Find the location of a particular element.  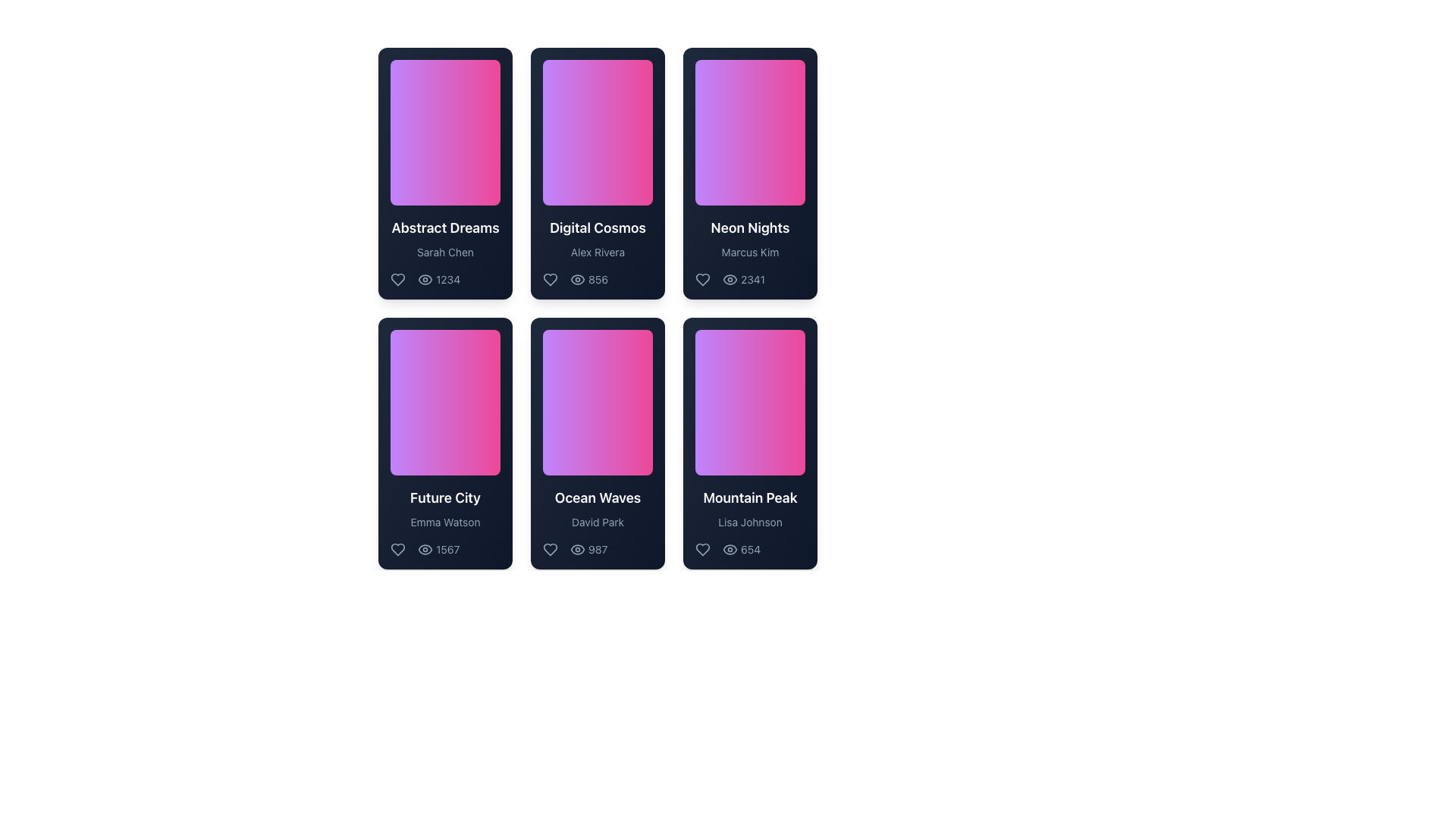

text displayed as 'Neon Nights' in bold white font located in the lower area of the third card in the first row, just above the subtitle 'Marcus Kim' is located at coordinates (750, 227).